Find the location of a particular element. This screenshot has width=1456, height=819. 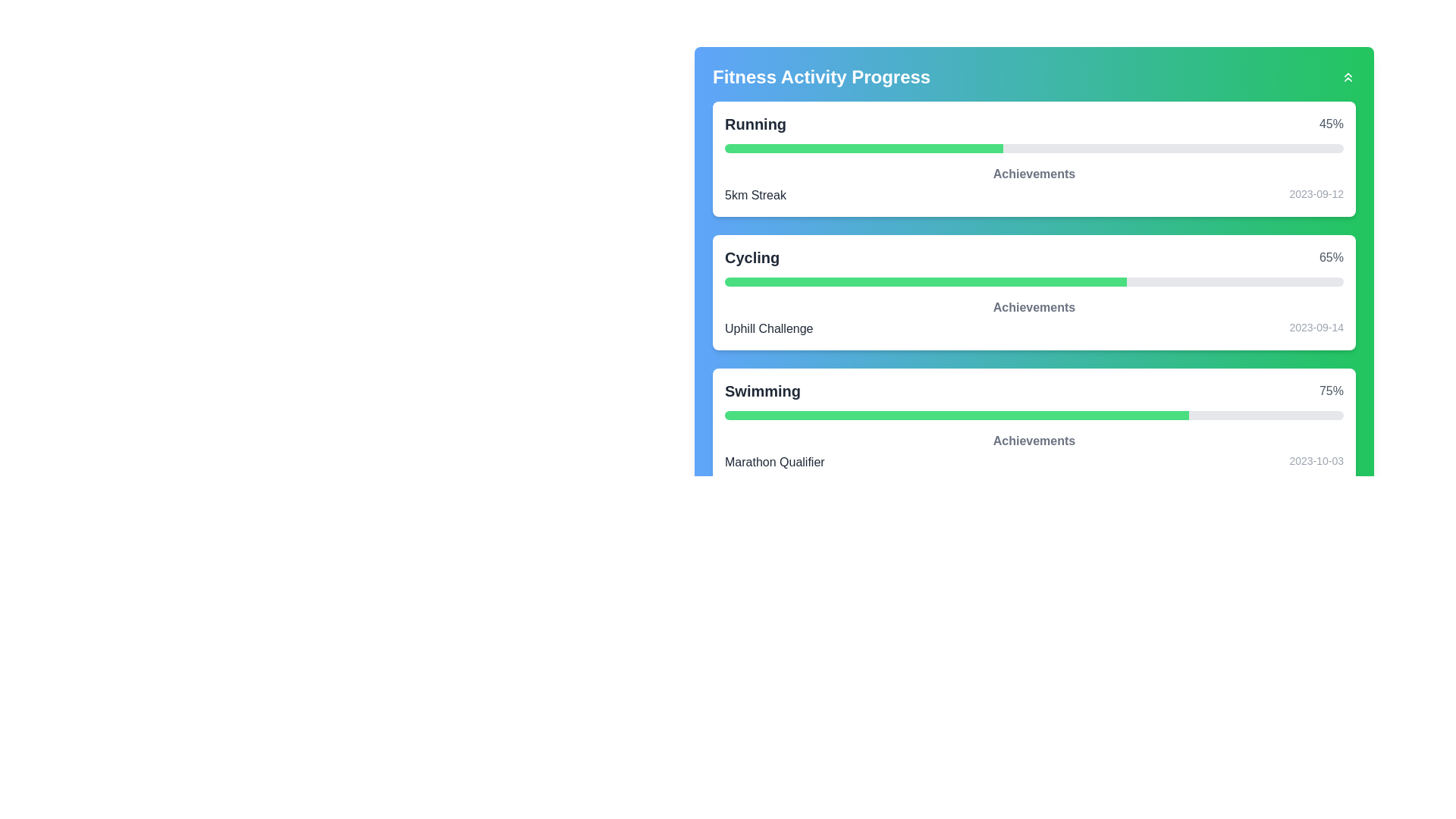

the text label located at the top left of the interface that serves as the title for the fitness activities progress tracker is located at coordinates (821, 77).